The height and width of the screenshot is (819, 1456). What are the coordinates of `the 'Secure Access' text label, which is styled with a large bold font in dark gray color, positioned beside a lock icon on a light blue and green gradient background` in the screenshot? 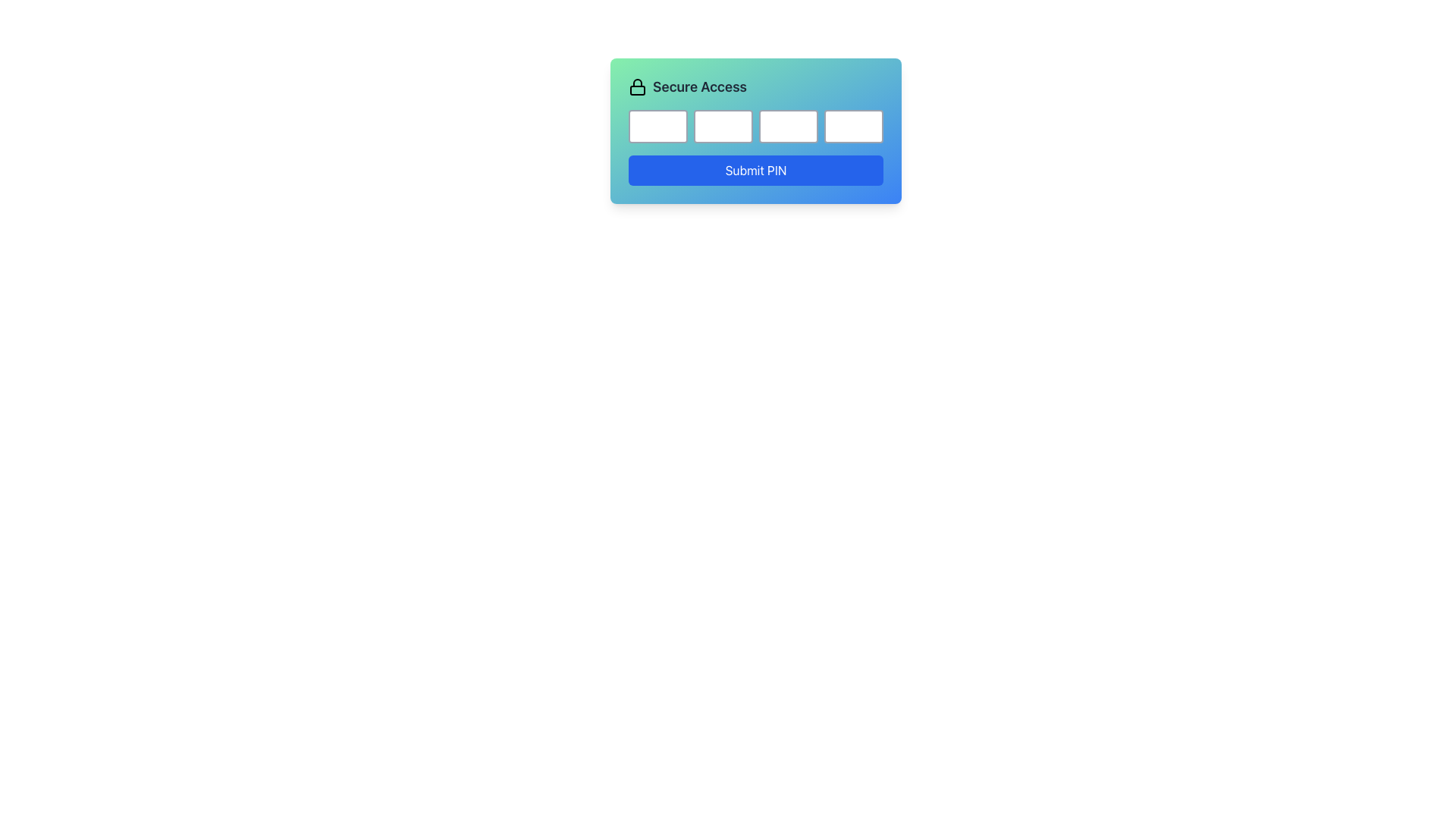 It's located at (698, 87).